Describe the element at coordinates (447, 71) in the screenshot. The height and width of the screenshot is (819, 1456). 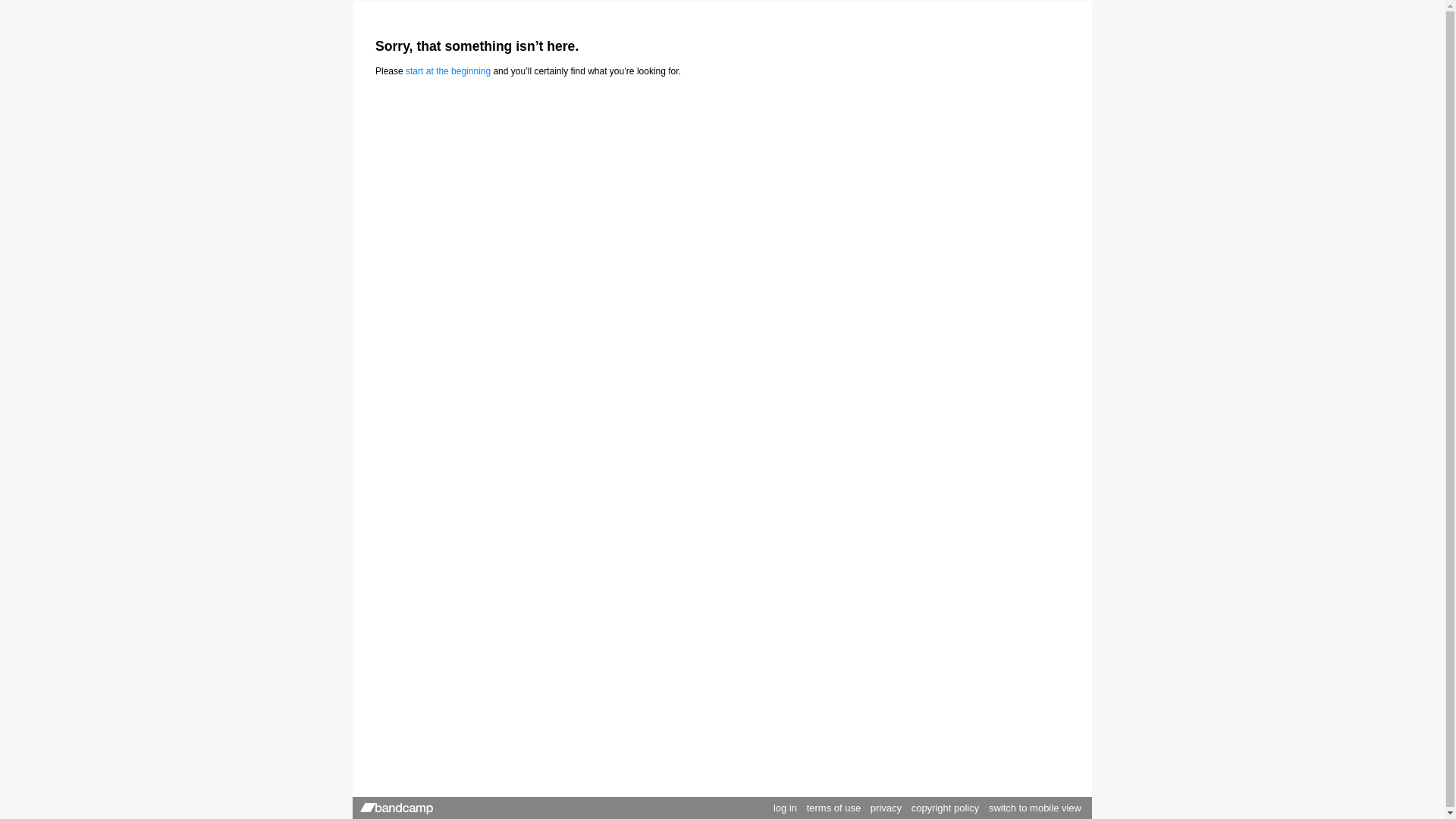
I see `'start at the beginning'` at that location.